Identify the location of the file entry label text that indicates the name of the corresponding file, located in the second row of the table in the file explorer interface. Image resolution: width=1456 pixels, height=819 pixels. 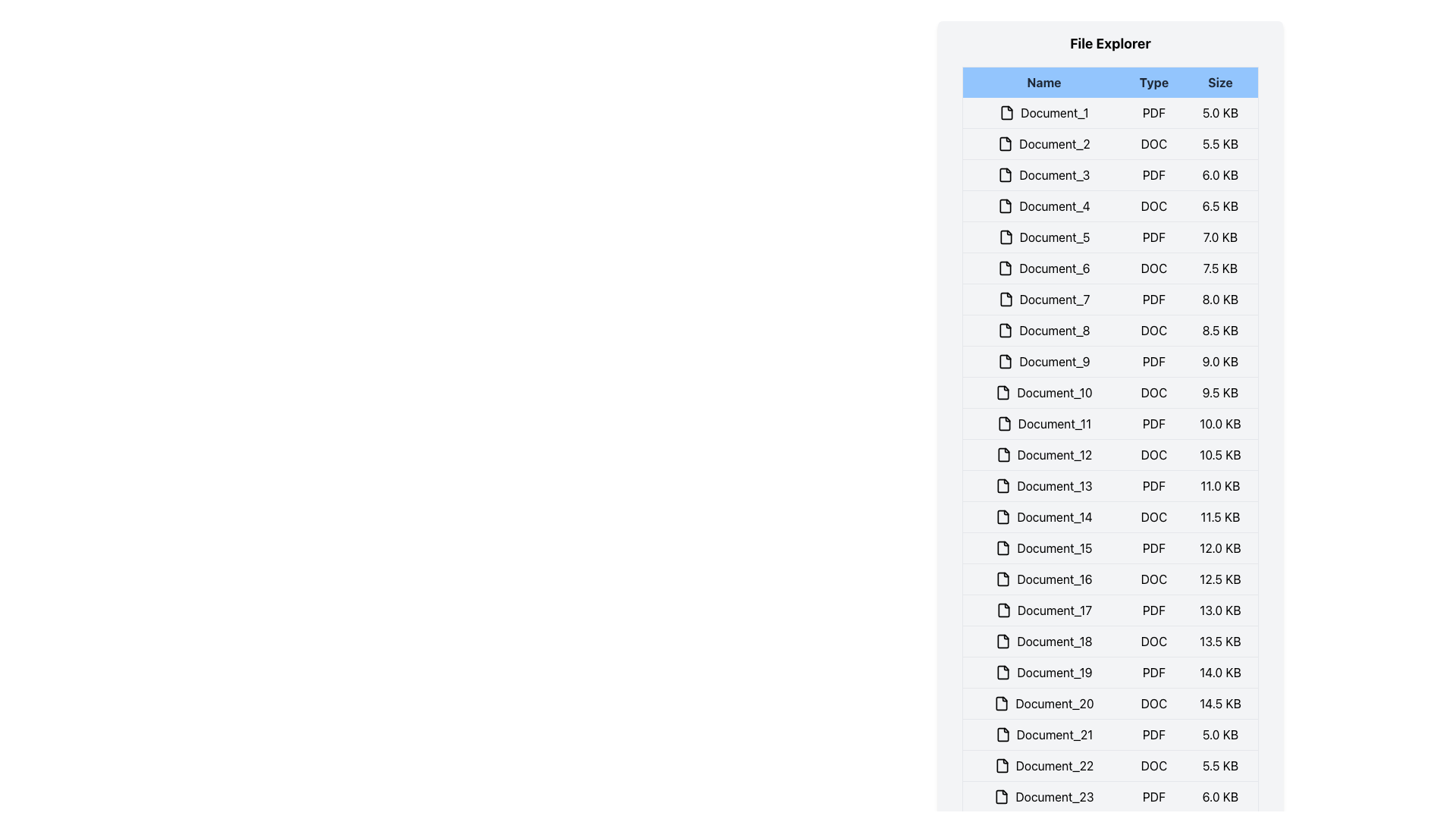
(1043, 143).